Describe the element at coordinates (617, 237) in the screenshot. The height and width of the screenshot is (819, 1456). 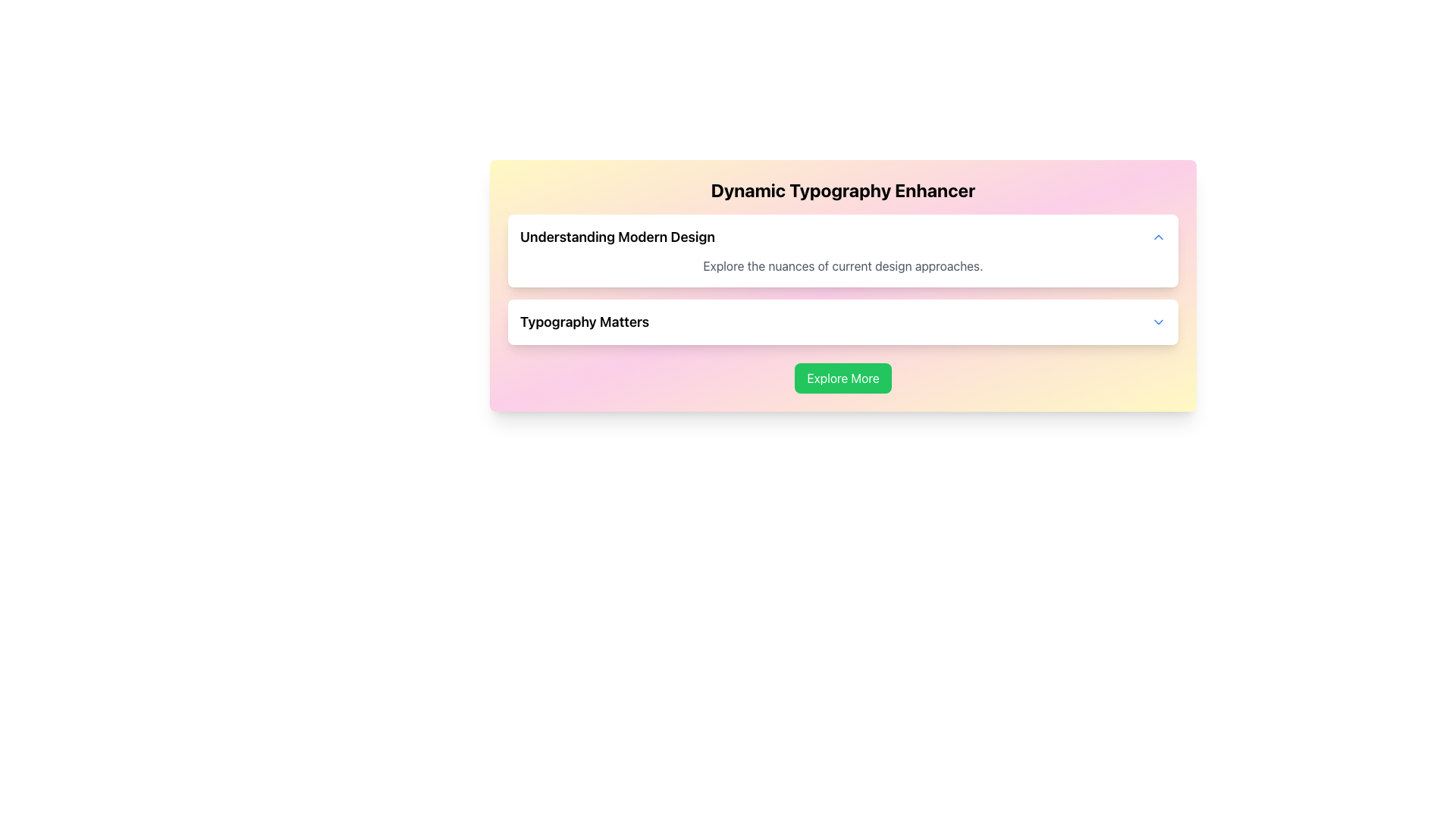
I see `text label that contains 'Understanding Modern Design', which is styled with a larger font size and bold weight, located in the first row of a content card with a light pastel gradient background` at that location.